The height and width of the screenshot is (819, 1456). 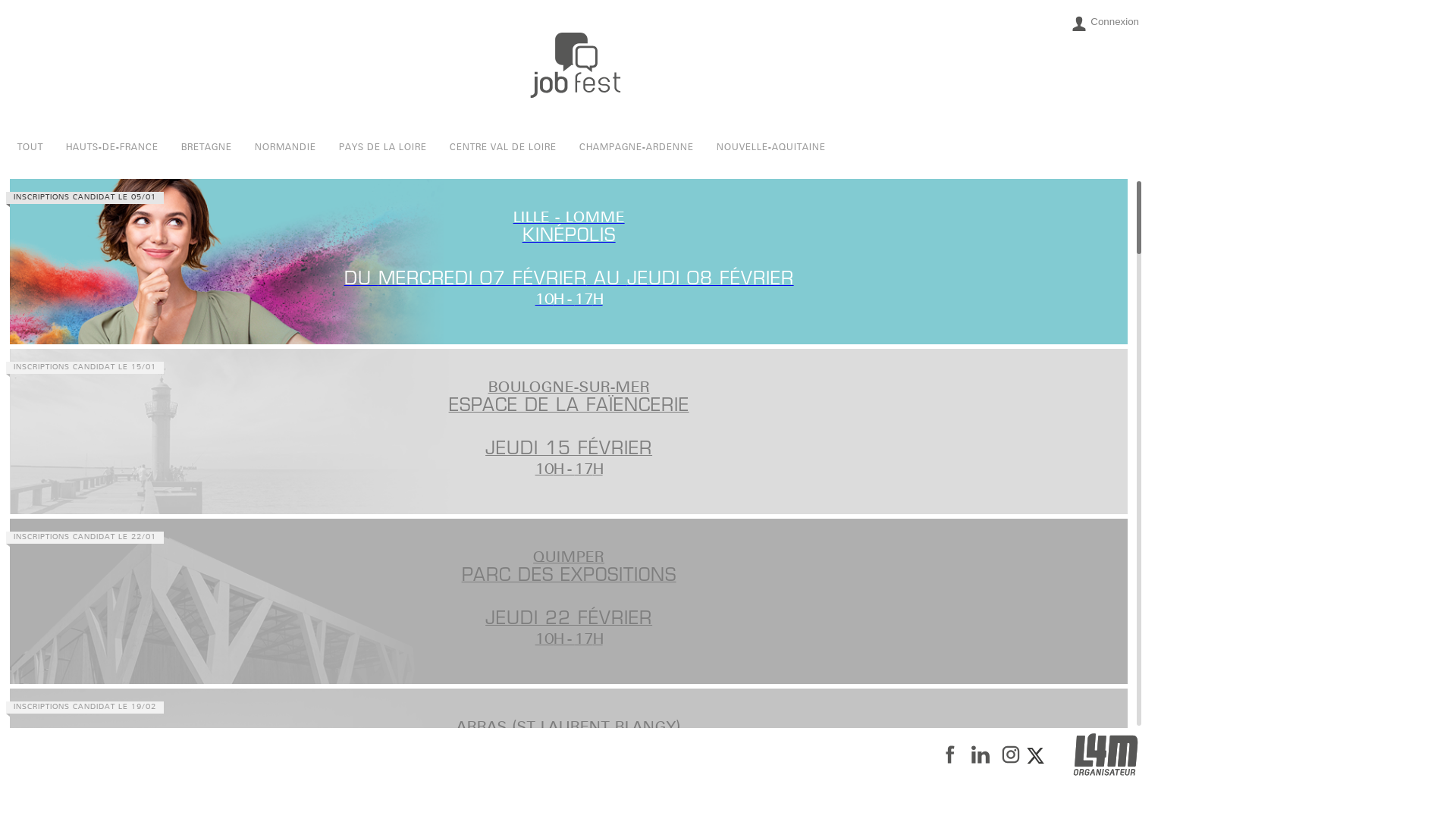 What do you see at coordinates (1105, 23) in the screenshot?
I see `'Connexion'` at bounding box center [1105, 23].